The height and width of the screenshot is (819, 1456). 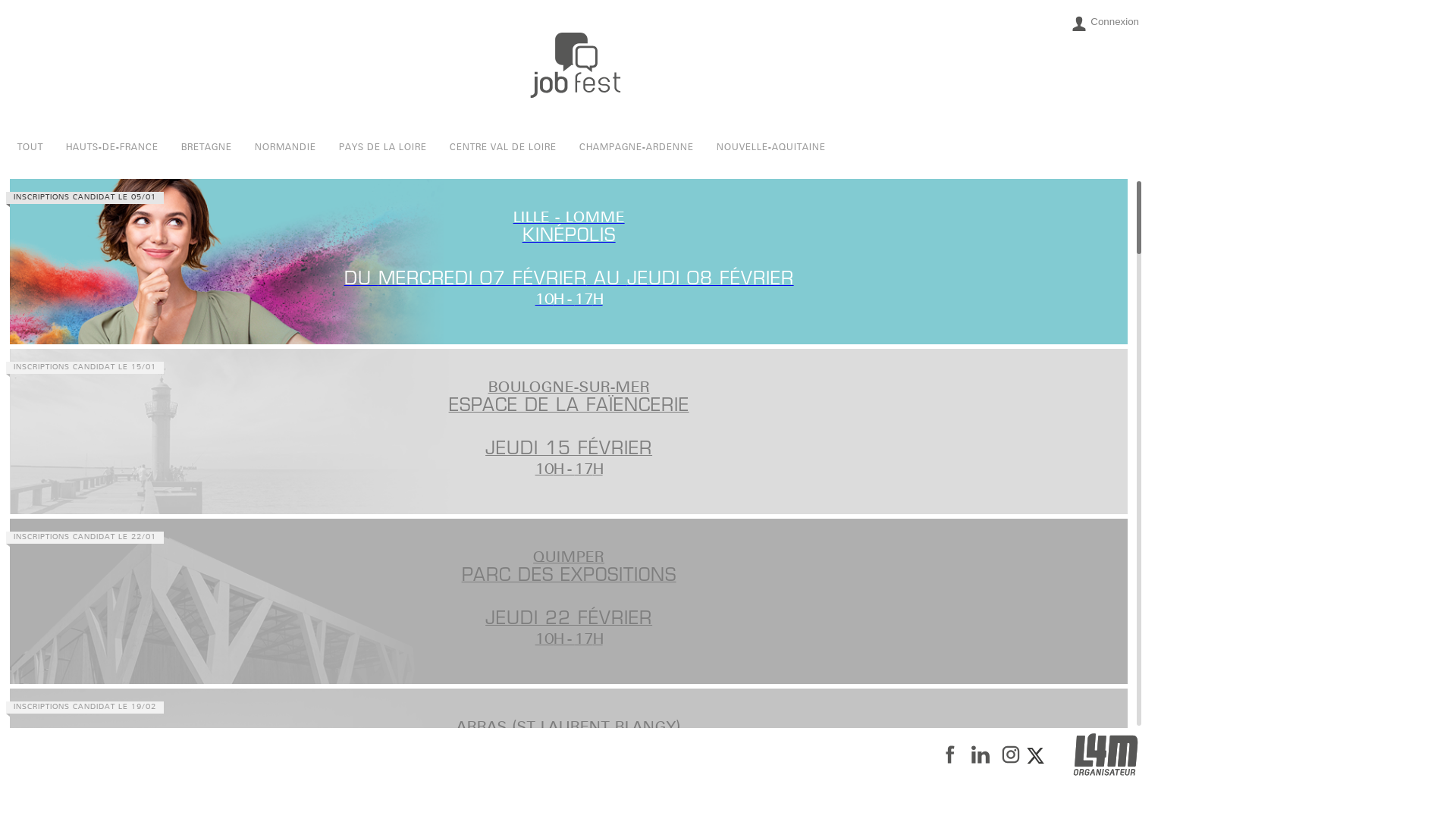 What do you see at coordinates (1105, 23) in the screenshot?
I see `'Connexion'` at bounding box center [1105, 23].